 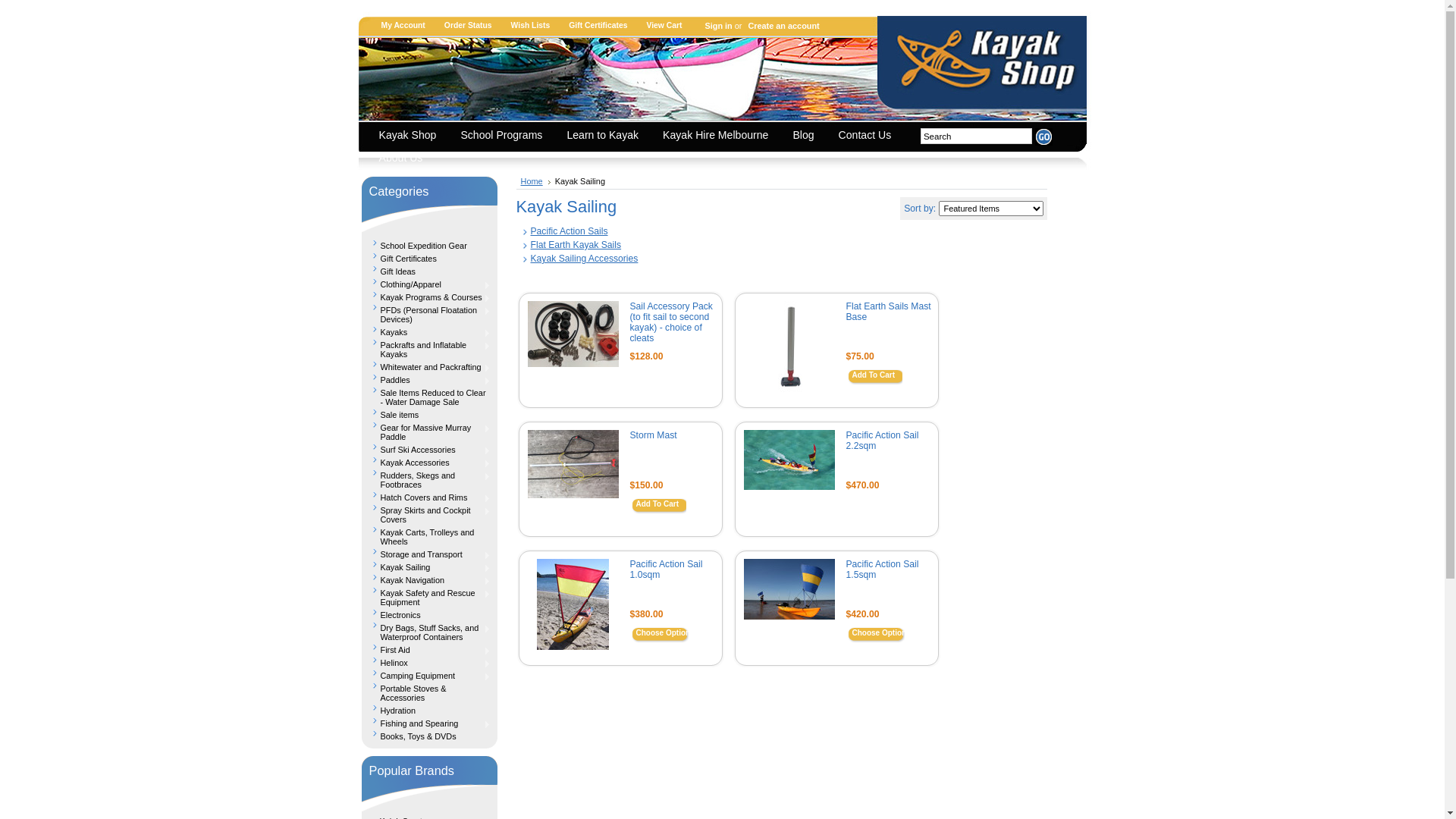 I want to click on 'Sale Items Reduced to Clear - Water Damage Sale', so click(x=359, y=394).